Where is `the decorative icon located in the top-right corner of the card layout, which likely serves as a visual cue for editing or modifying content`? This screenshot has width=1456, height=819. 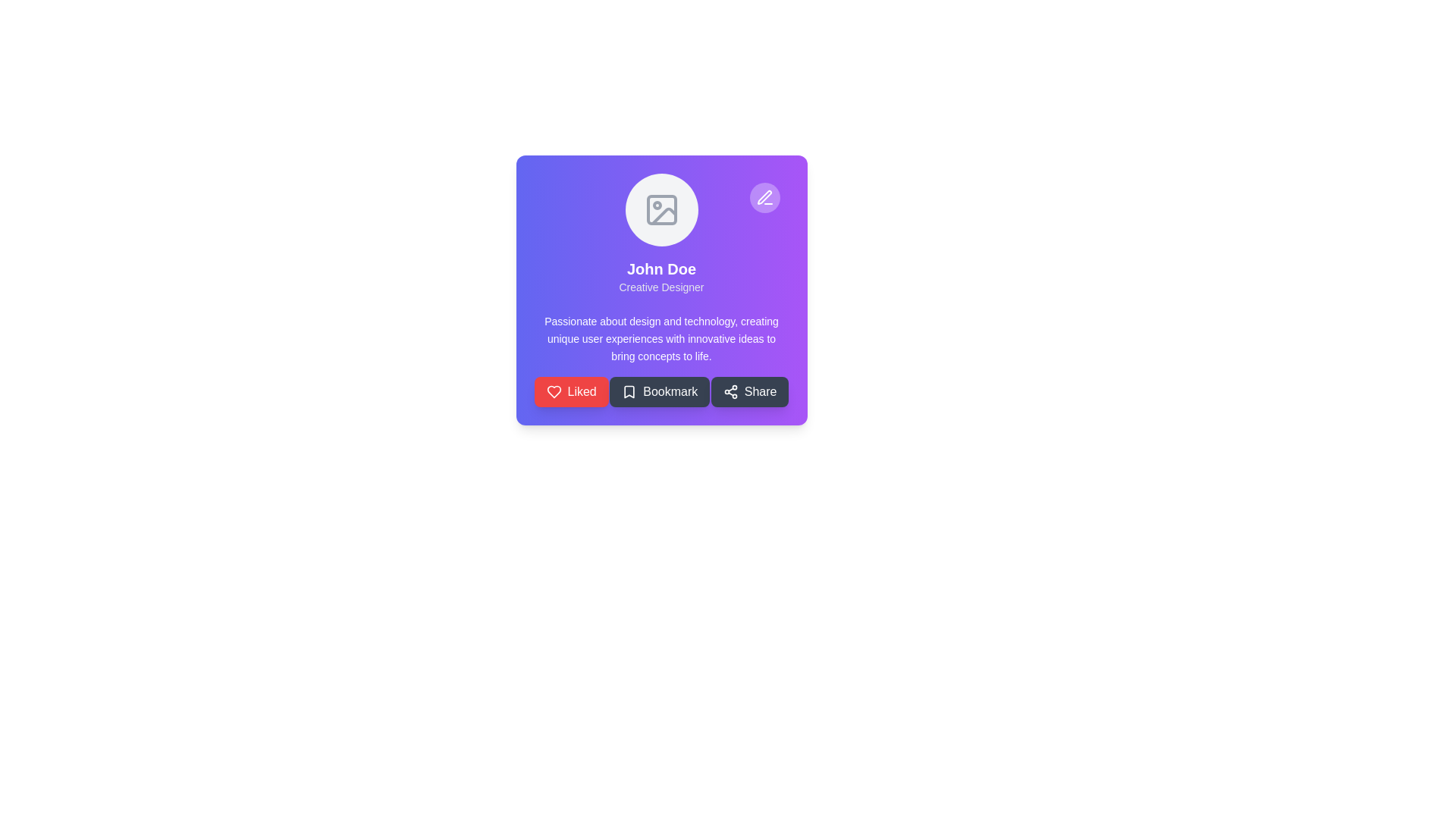
the decorative icon located in the top-right corner of the card layout, which likely serves as a visual cue for editing or modifying content is located at coordinates (764, 196).